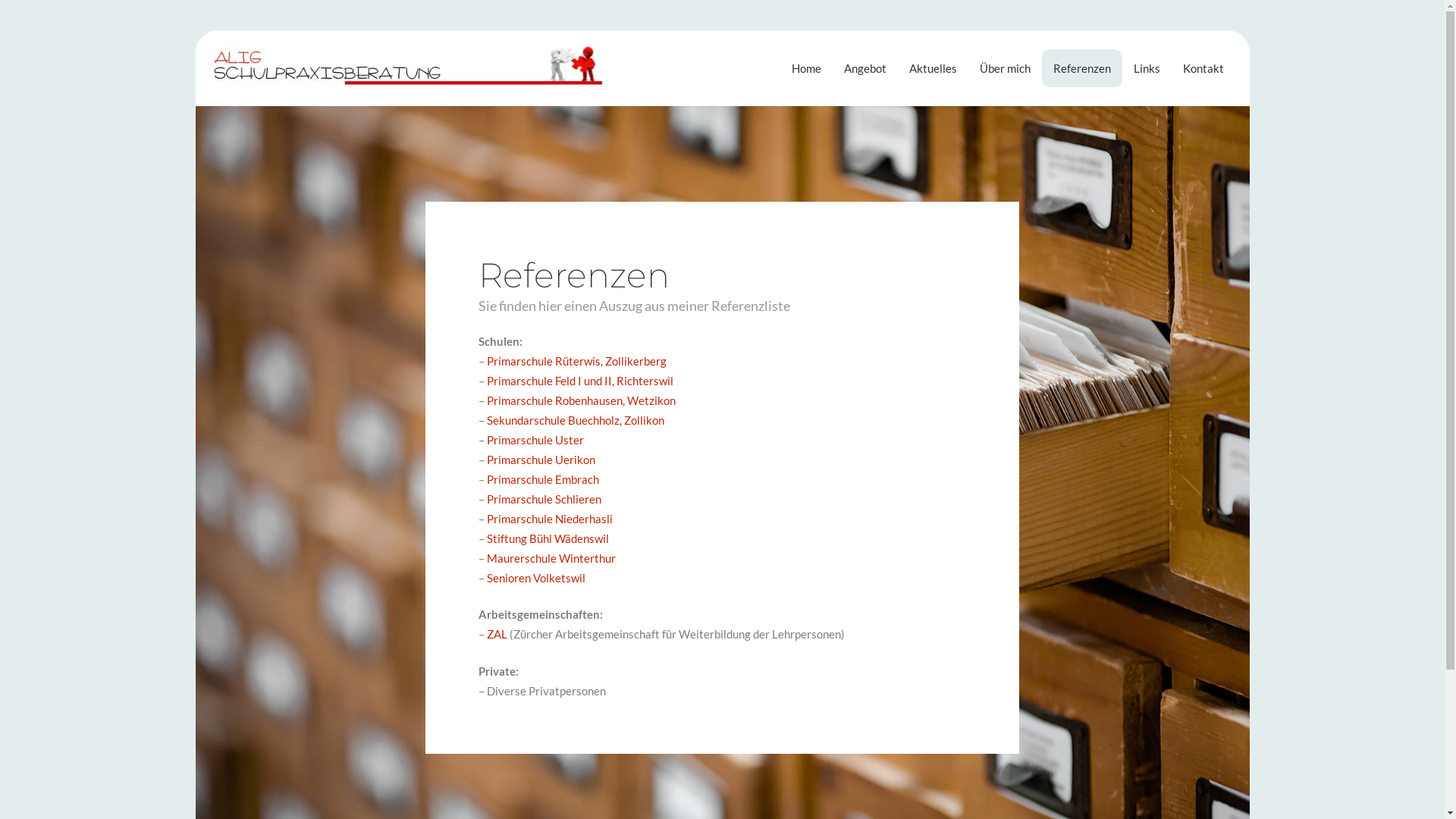 The width and height of the screenshot is (1456, 819). Describe the element at coordinates (541, 458) in the screenshot. I see `'Primarschule Uerikon'` at that location.